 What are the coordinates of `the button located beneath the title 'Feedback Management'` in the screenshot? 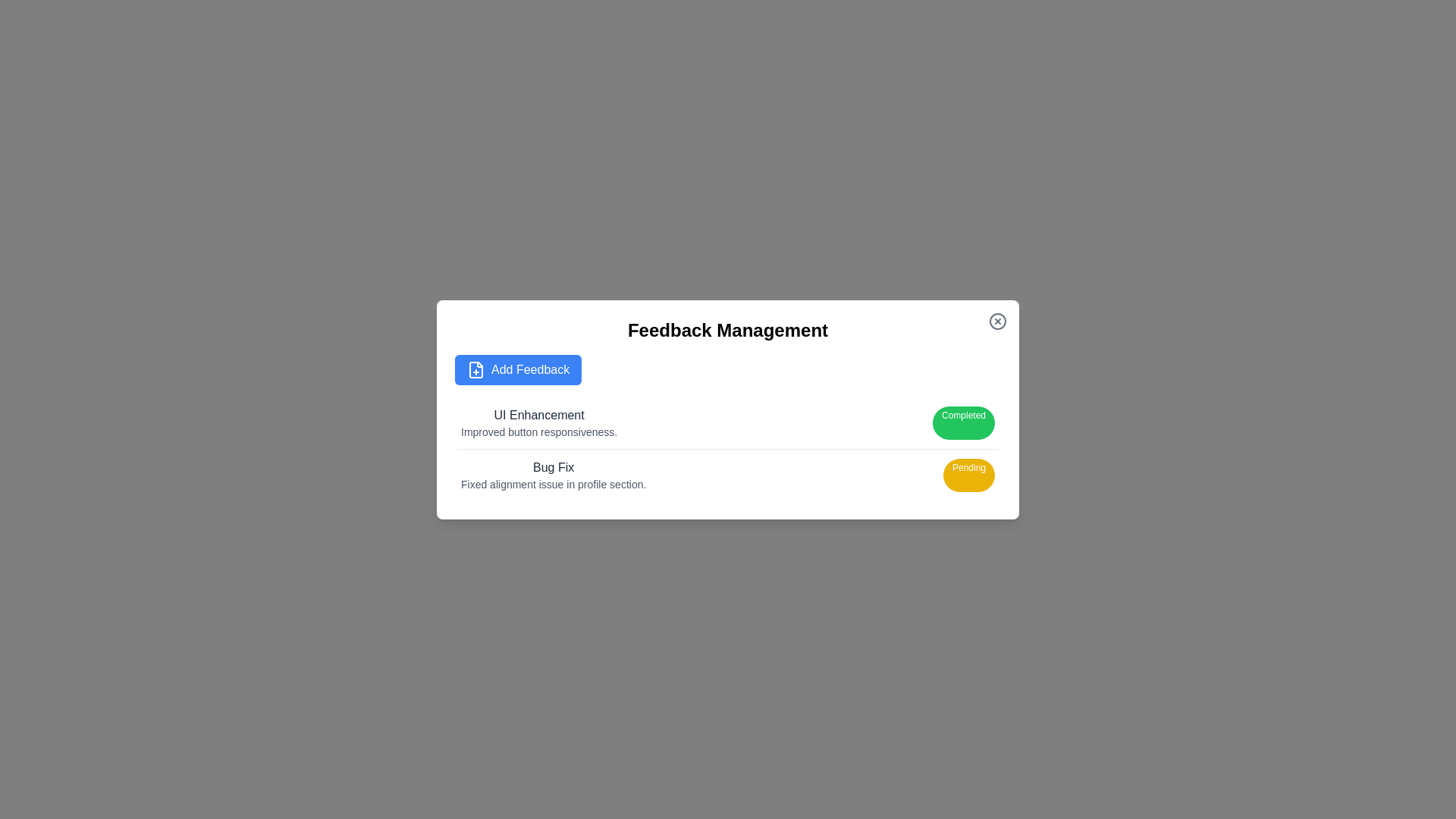 It's located at (518, 369).